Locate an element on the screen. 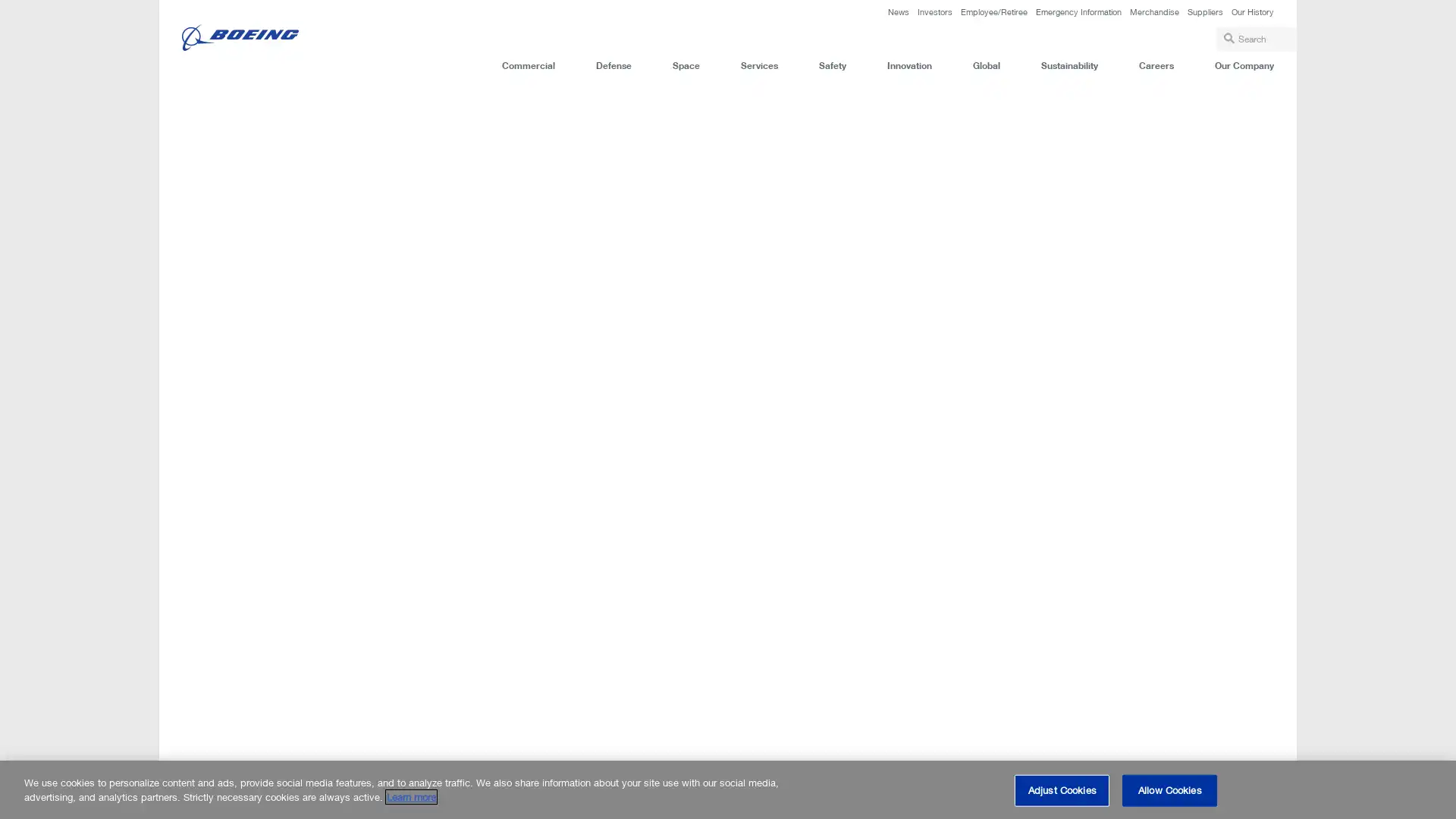 This screenshot has height=819, width=1456. Adjust Cookies is located at coordinates (1061, 786).